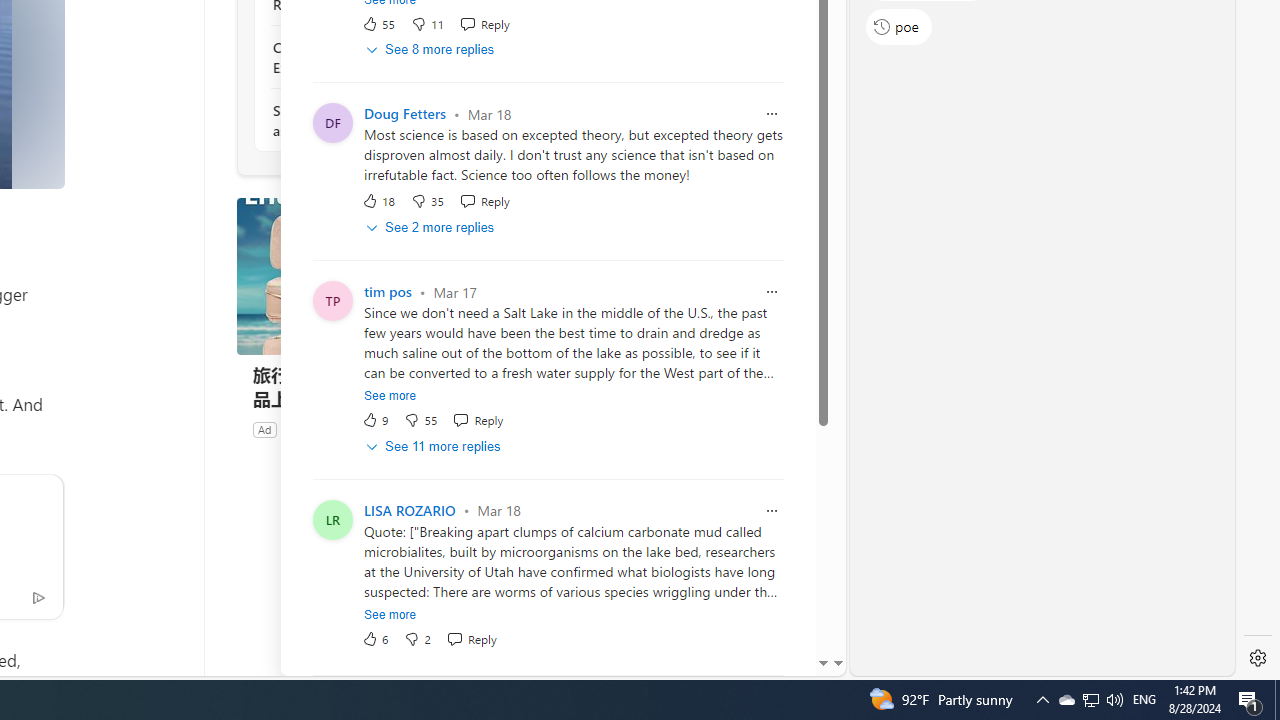  Describe the element at coordinates (431, 227) in the screenshot. I see `'See 2 more replies'` at that location.